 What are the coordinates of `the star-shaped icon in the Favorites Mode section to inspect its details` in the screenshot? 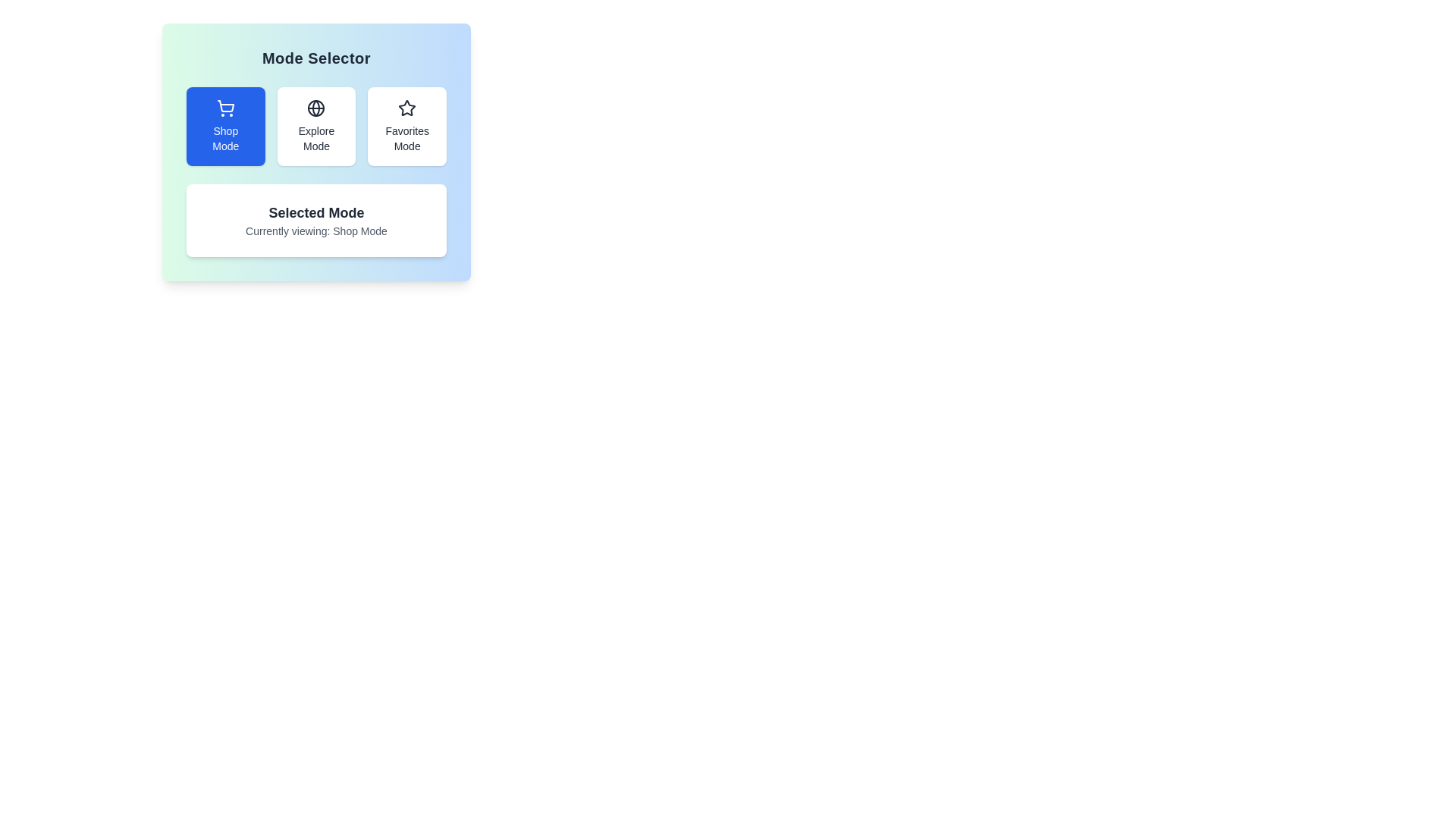 It's located at (407, 107).